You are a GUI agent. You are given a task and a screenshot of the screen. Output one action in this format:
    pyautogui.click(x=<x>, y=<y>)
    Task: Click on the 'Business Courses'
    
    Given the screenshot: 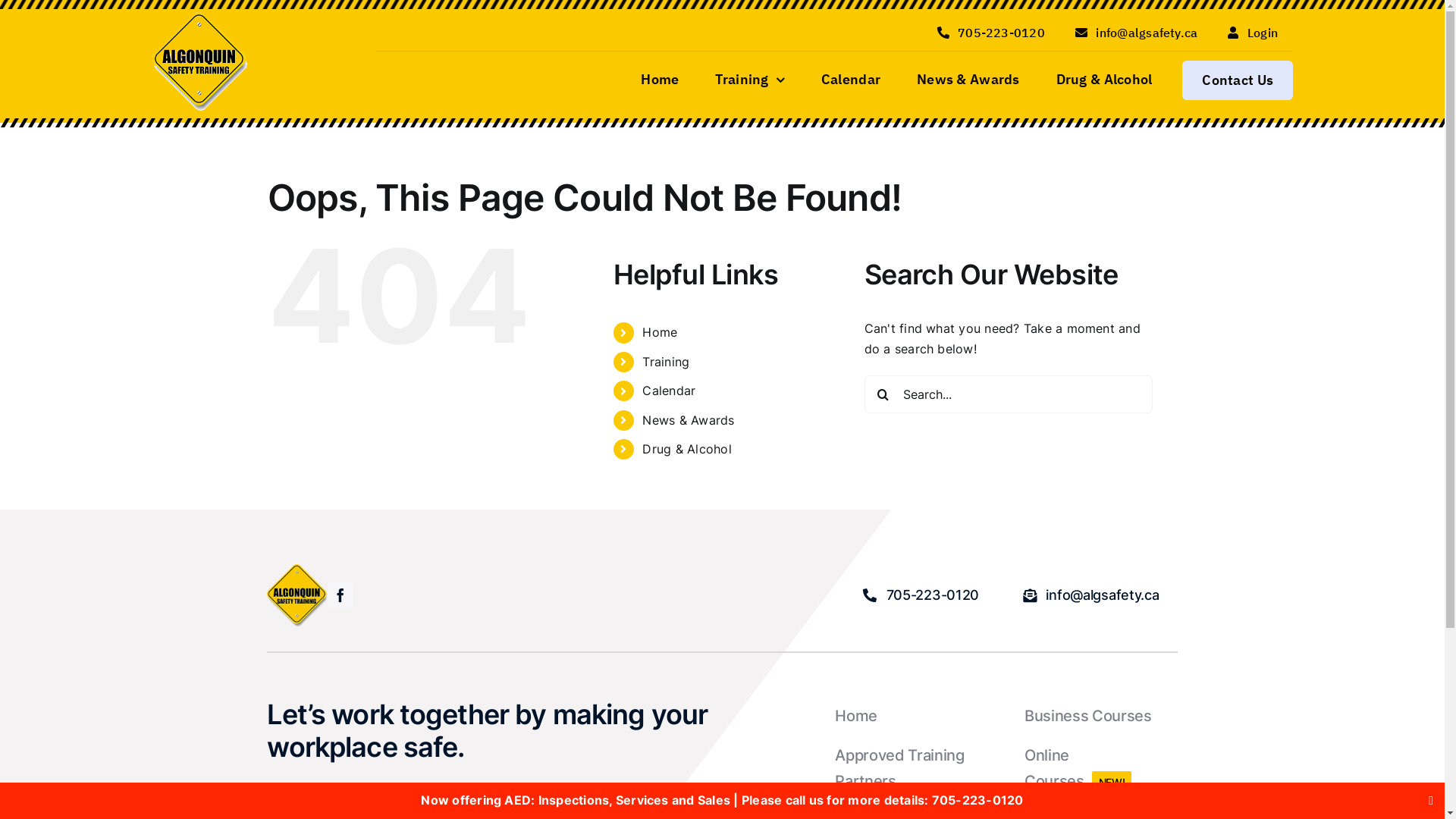 What is the action you would take?
    pyautogui.click(x=1100, y=717)
    